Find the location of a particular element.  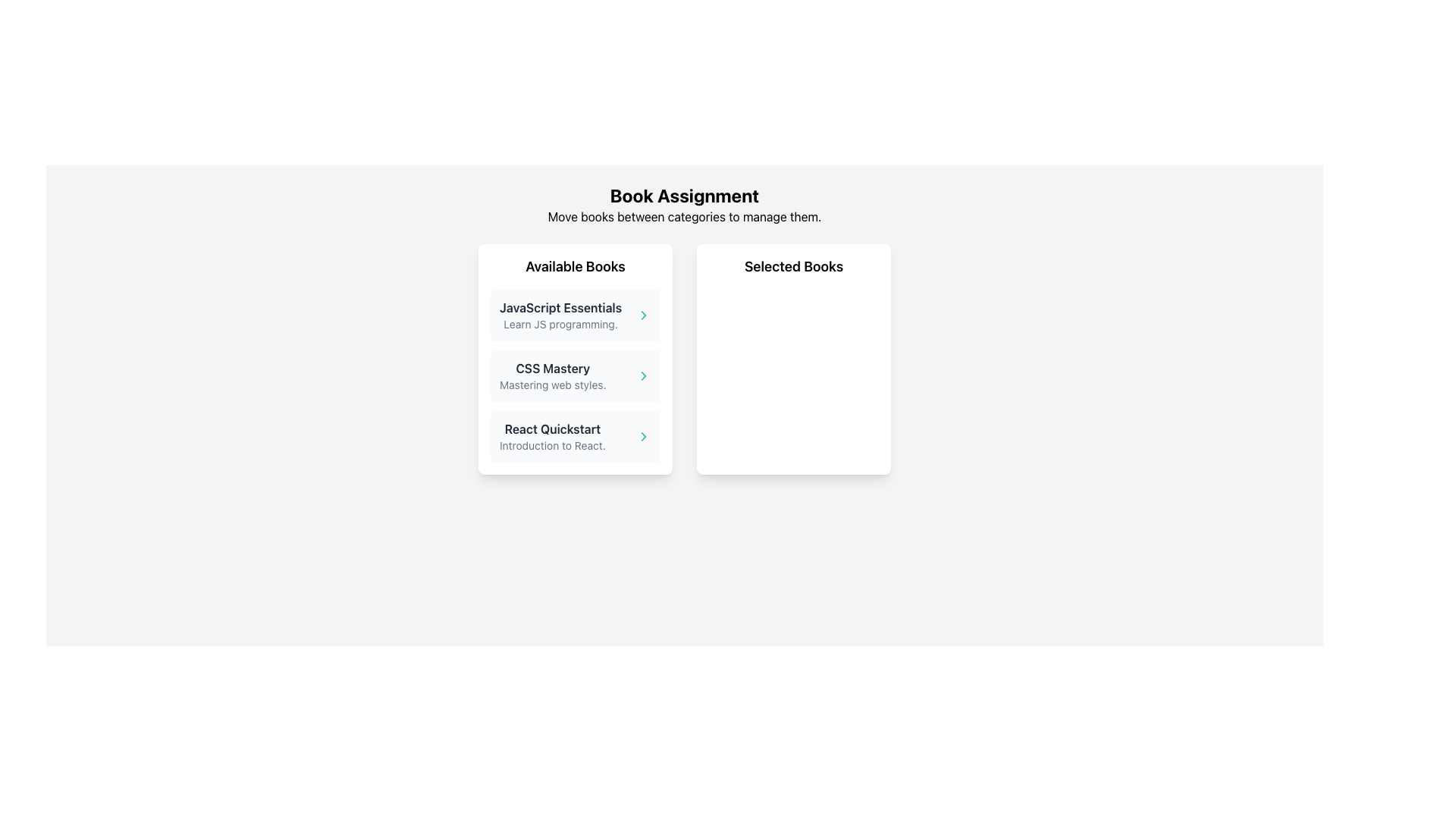

the text label for the book 'CSS Mastery', which is the first line of the second item in the 'Available Books' list is located at coordinates (552, 369).